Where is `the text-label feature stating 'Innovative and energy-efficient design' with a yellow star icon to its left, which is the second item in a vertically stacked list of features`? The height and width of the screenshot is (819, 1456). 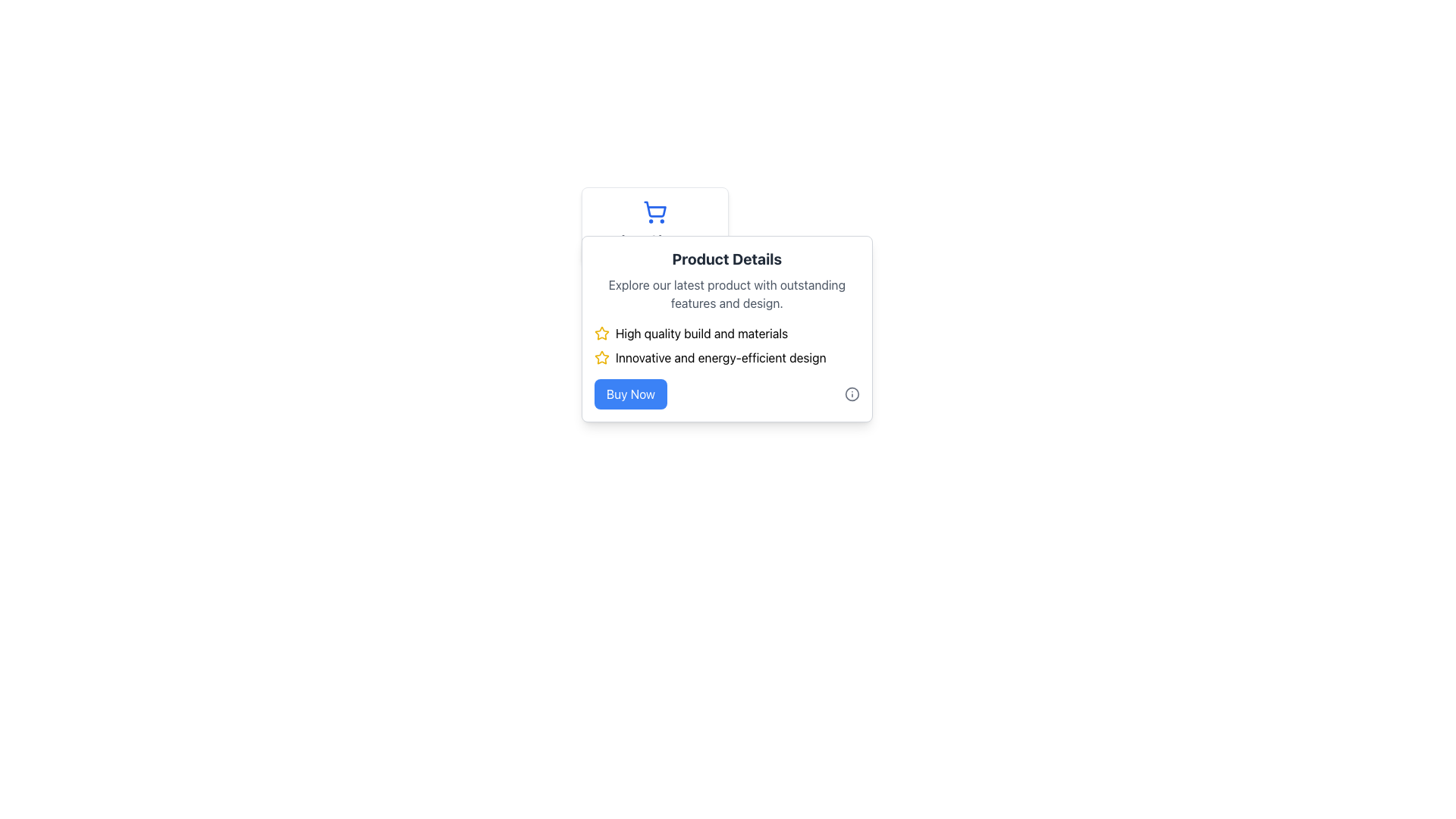 the text-label feature stating 'Innovative and energy-efficient design' with a yellow star icon to its left, which is the second item in a vertically stacked list of features is located at coordinates (726, 357).